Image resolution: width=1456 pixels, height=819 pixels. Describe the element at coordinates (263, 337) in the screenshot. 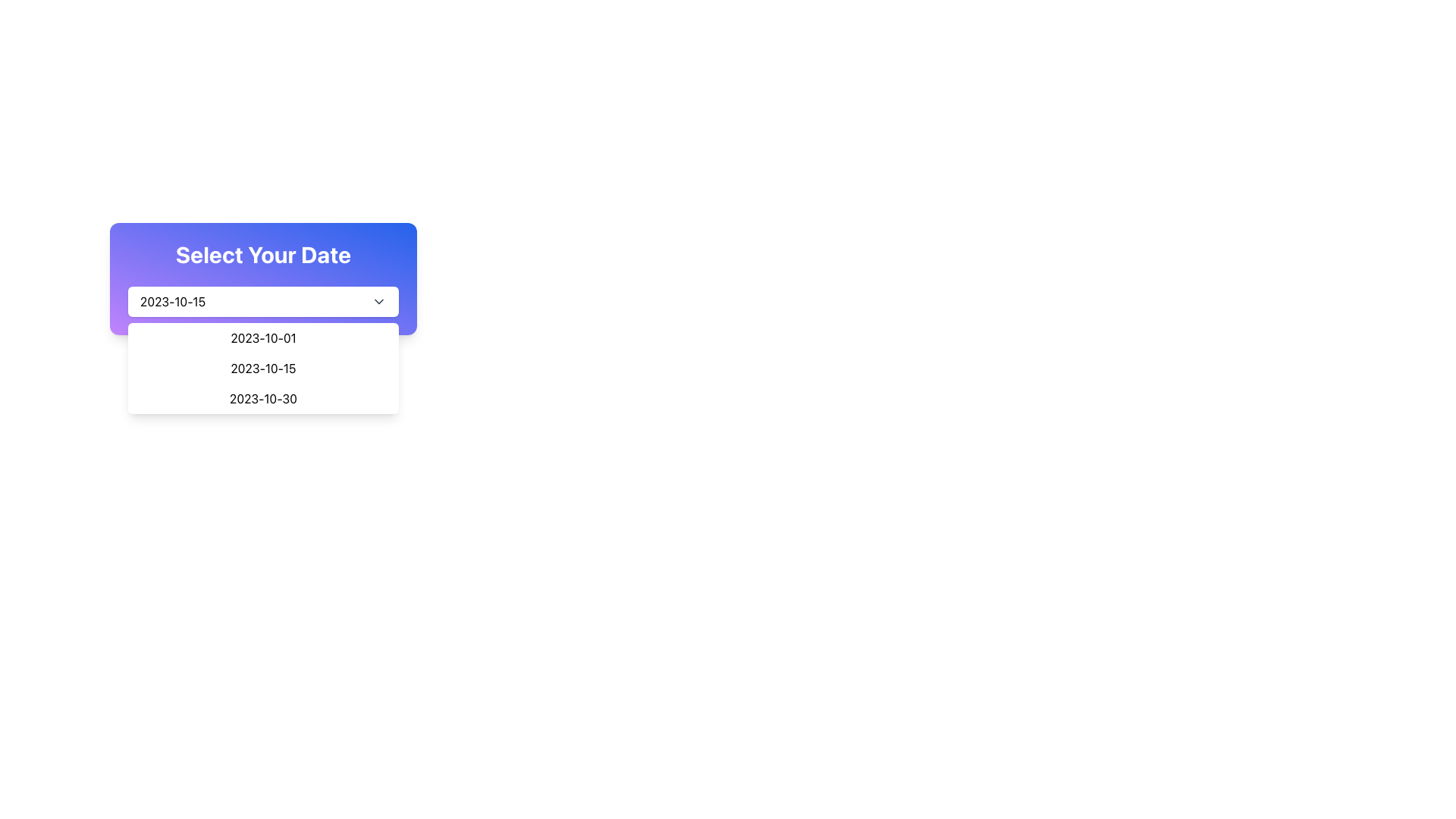

I see `the first selectable option in the dropdown menu to set the date to '2023-10-01'` at that location.